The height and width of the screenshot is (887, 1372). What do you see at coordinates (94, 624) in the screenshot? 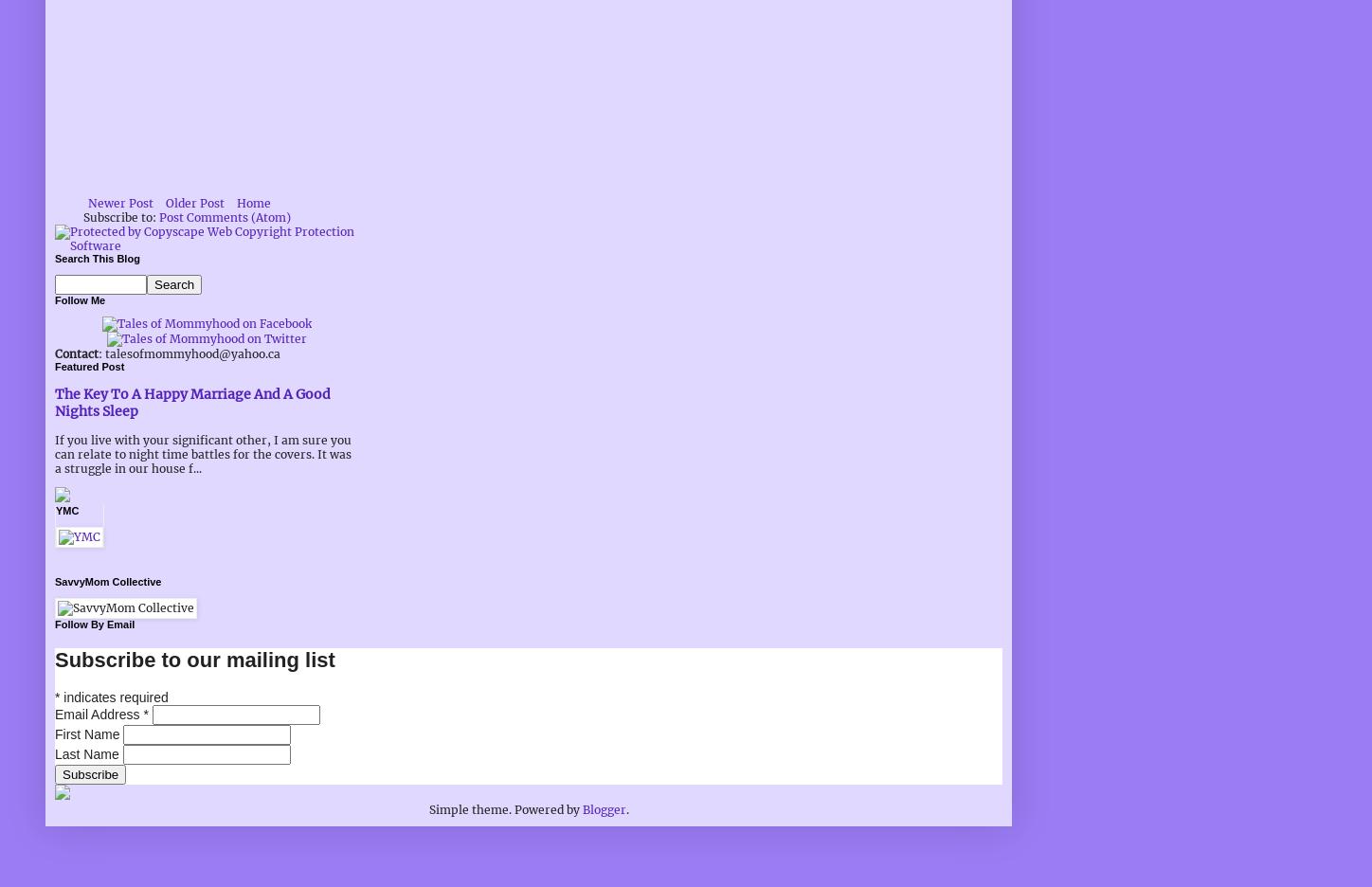
I see `'Follow By Email'` at bounding box center [94, 624].